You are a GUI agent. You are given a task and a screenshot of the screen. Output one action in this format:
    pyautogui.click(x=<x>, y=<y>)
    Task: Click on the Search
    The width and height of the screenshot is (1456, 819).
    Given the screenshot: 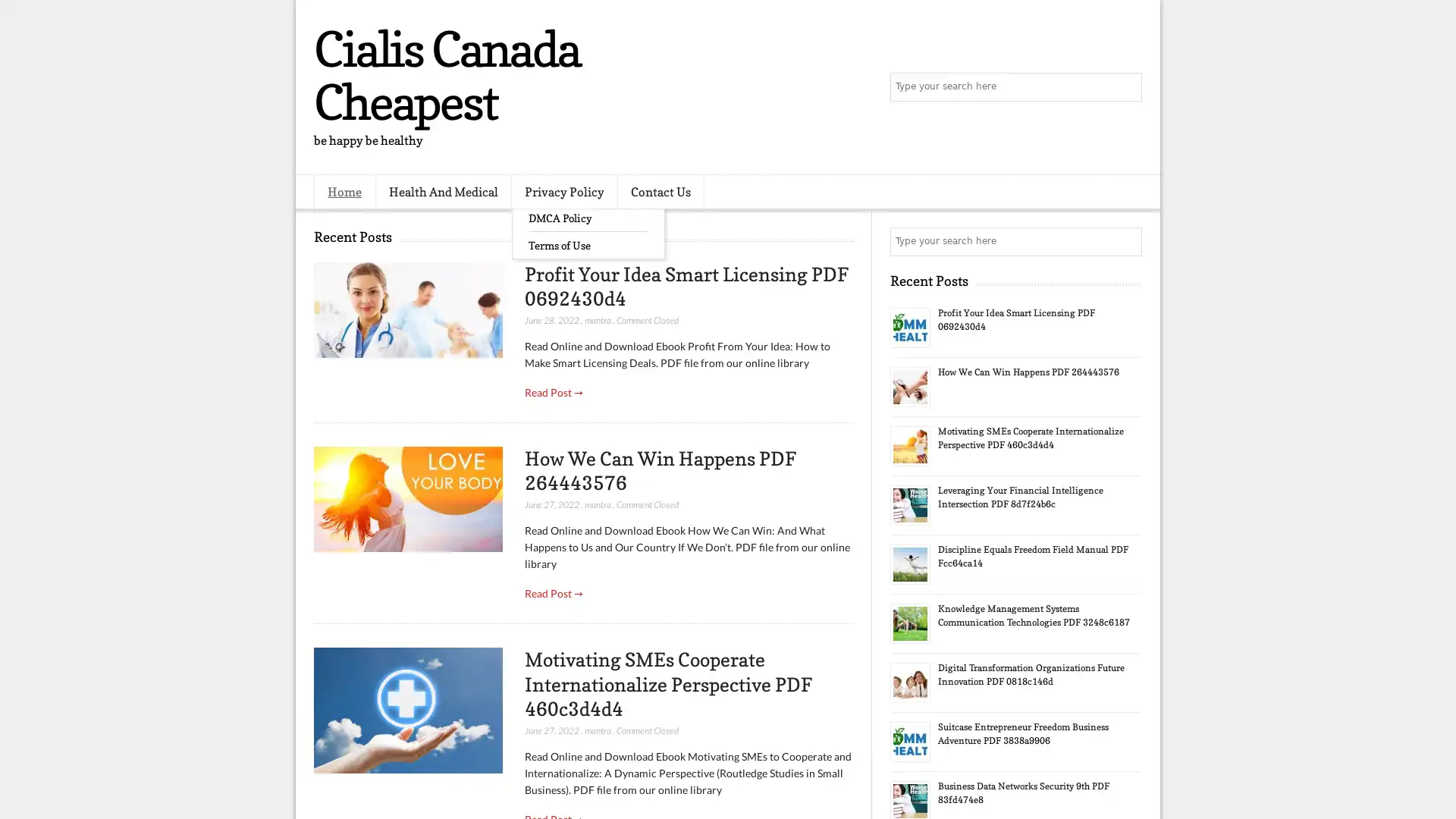 What is the action you would take?
    pyautogui.click(x=1126, y=241)
    